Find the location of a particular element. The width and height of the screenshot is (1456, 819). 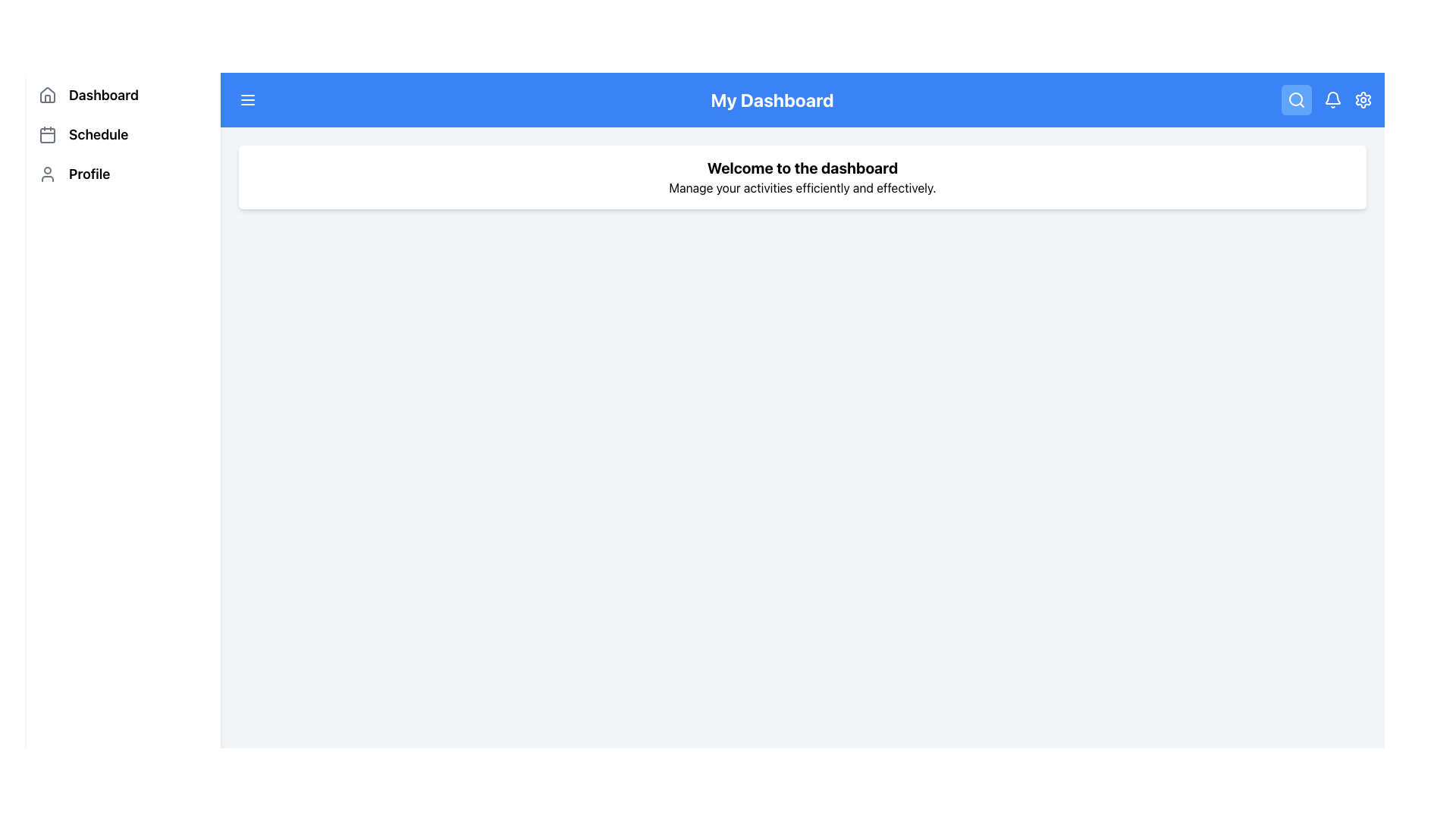

the menu button located in the top-left corner of the header bar, next to 'My Dashboard' is located at coordinates (247, 99).